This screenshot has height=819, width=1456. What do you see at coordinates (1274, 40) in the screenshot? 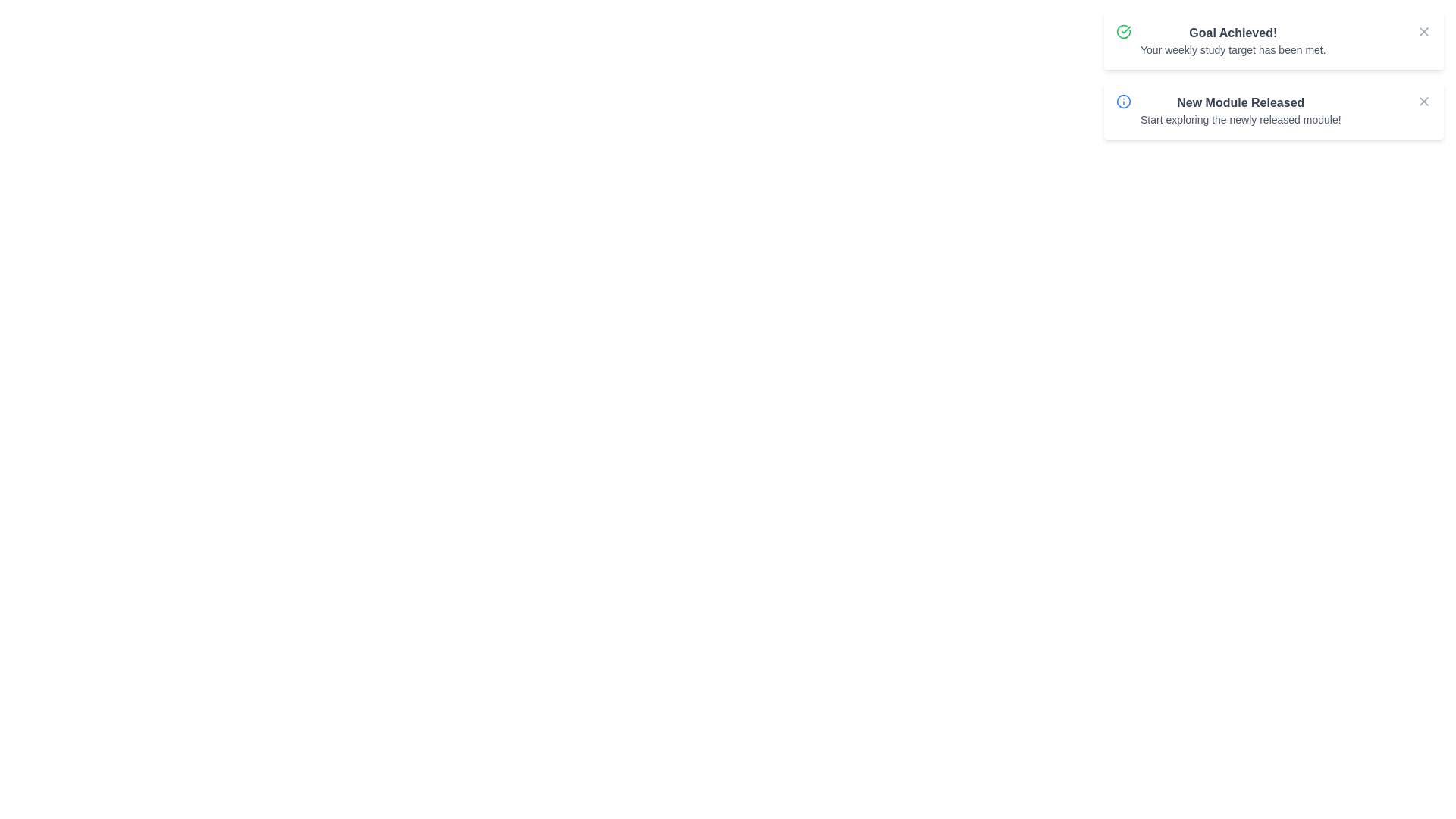
I see `the notification to observe hover effects` at bounding box center [1274, 40].